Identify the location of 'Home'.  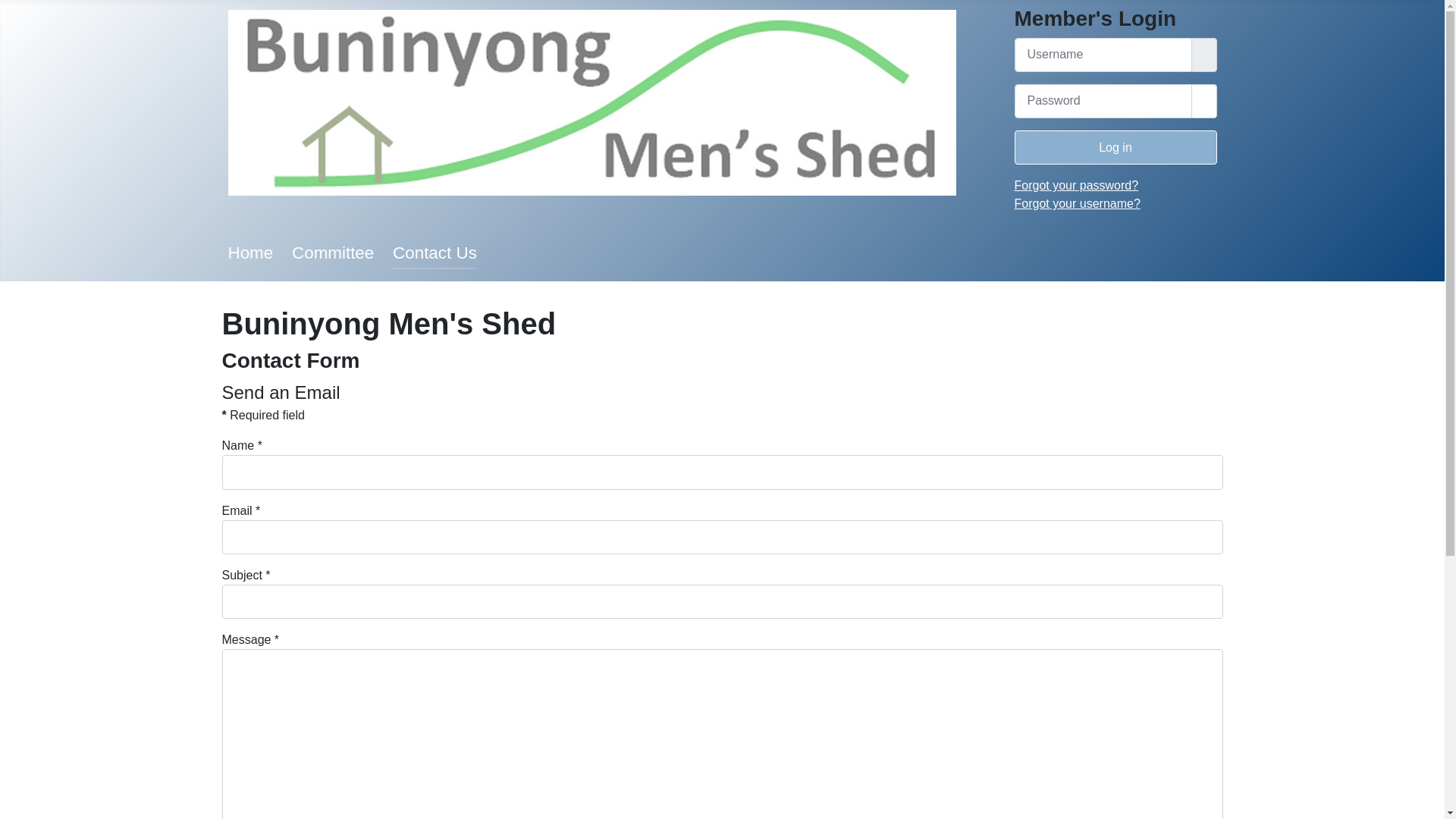
(250, 252).